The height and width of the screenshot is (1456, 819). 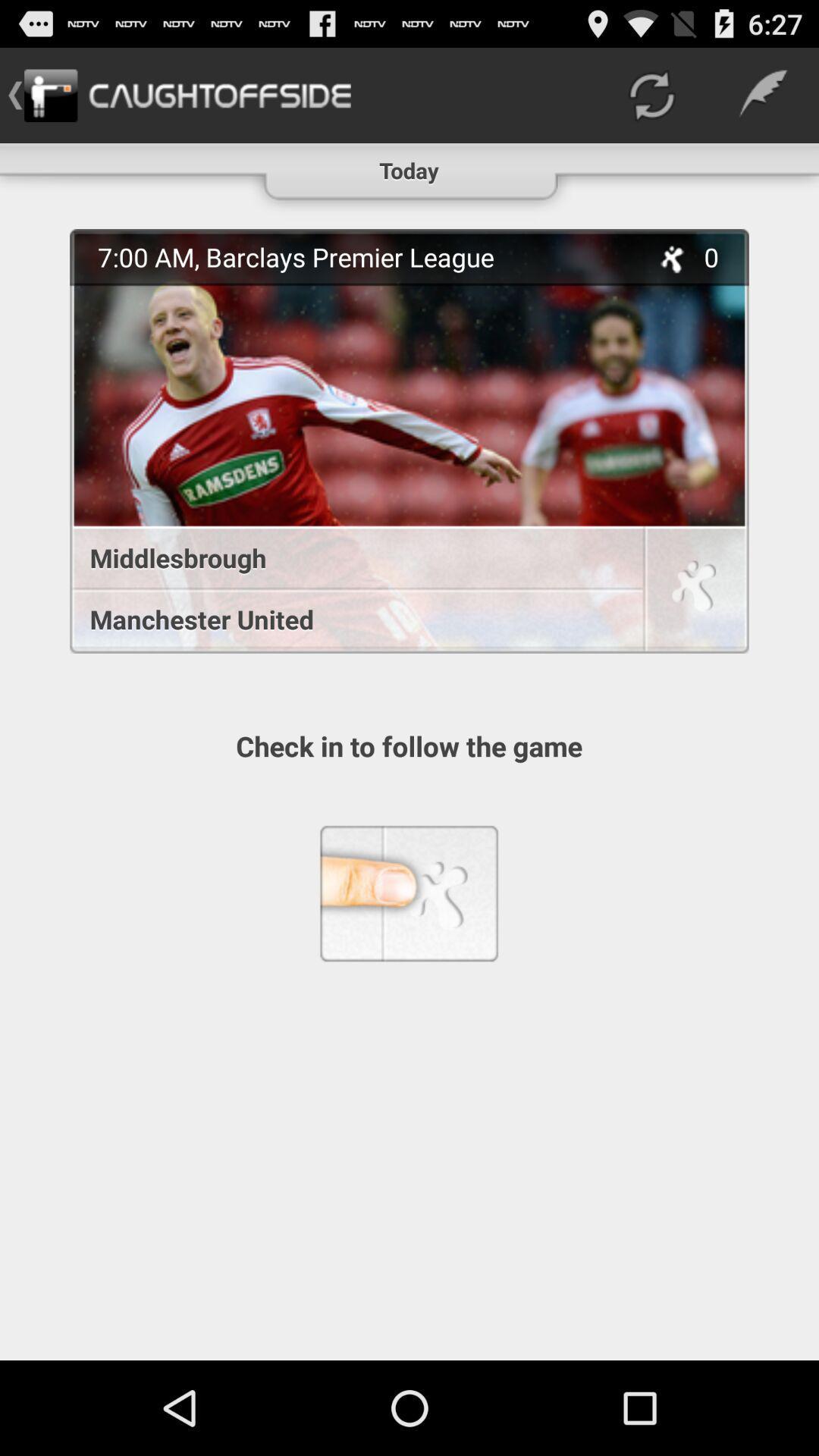 What do you see at coordinates (408, 893) in the screenshot?
I see `the item below the check in to item` at bounding box center [408, 893].